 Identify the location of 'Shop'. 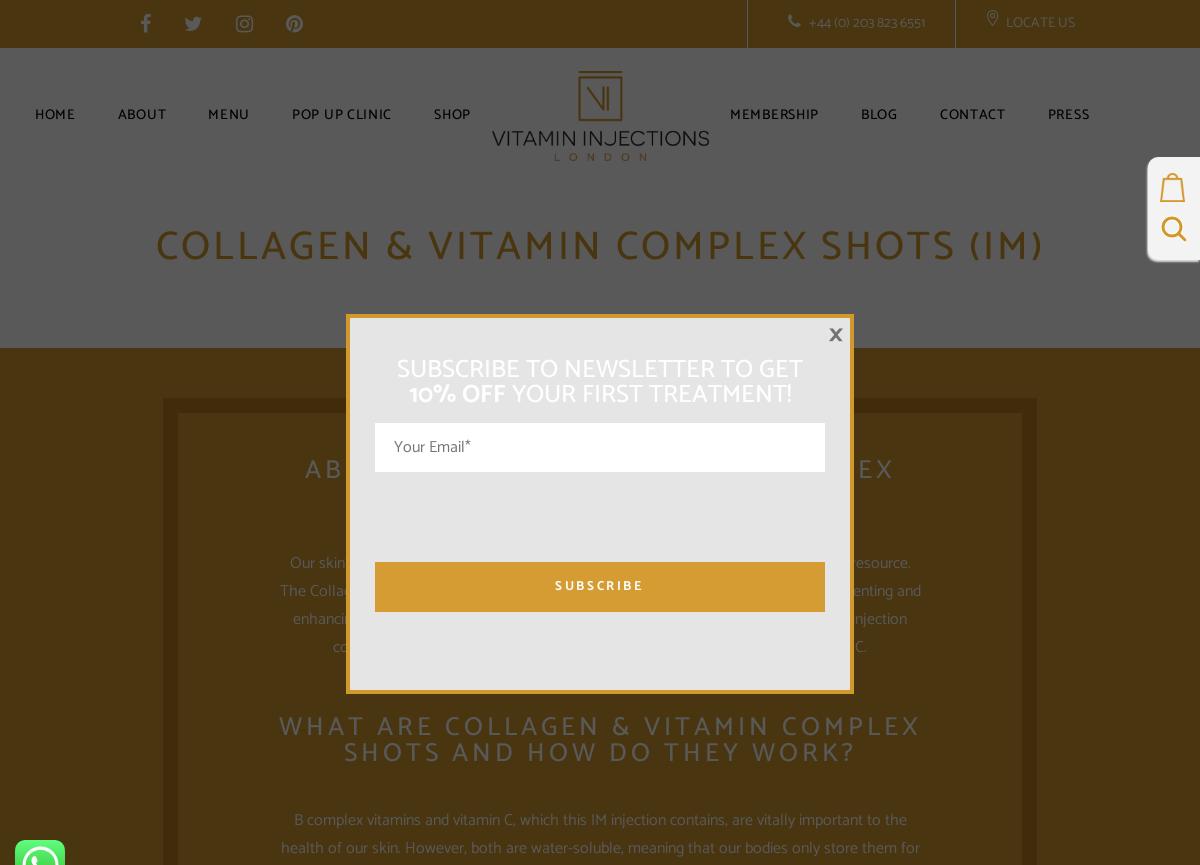
(451, 115).